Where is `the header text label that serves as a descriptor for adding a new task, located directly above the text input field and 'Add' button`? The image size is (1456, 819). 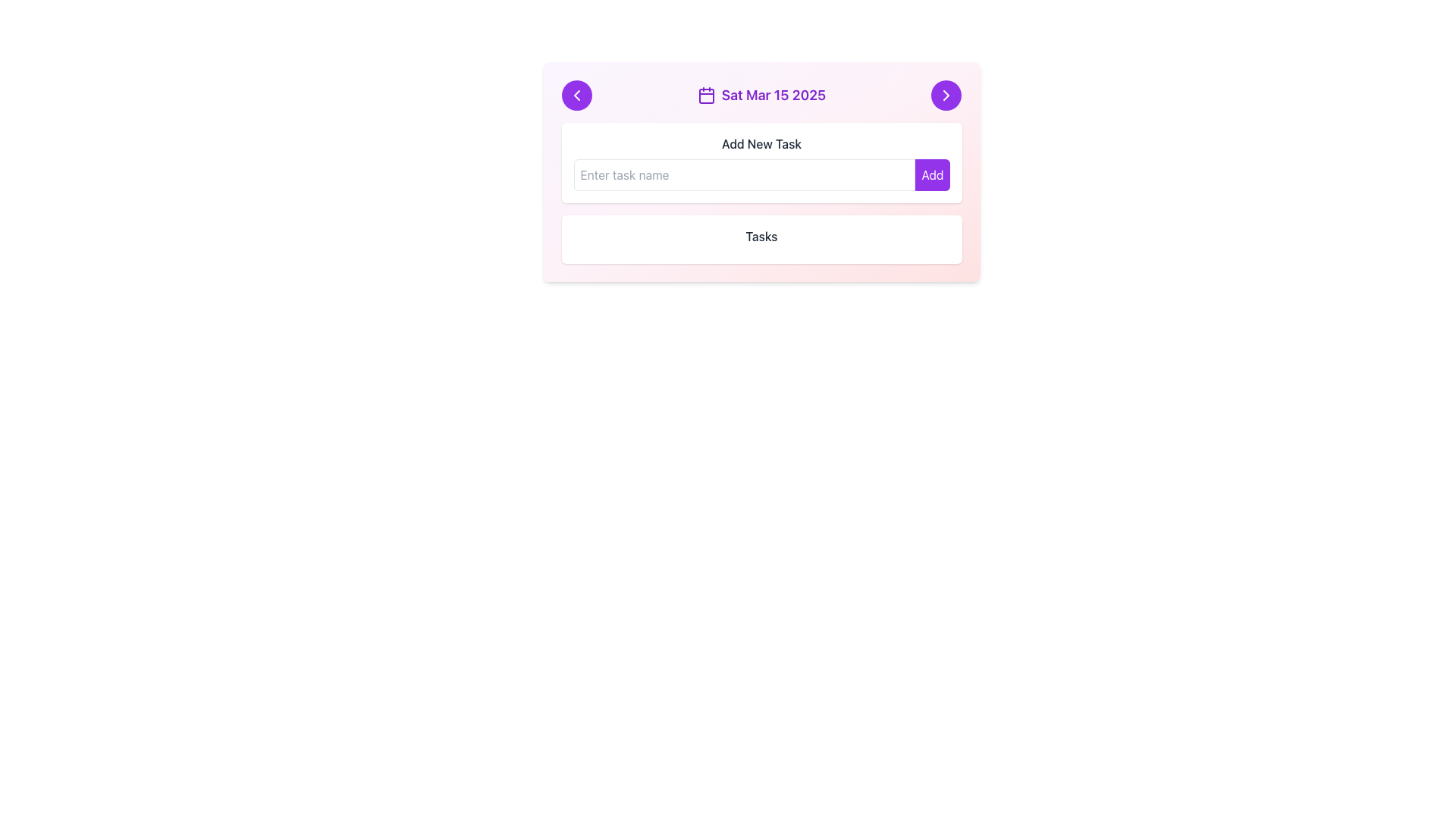
the header text label that serves as a descriptor for adding a new task, located directly above the text input field and 'Add' button is located at coordinates (761, 143).